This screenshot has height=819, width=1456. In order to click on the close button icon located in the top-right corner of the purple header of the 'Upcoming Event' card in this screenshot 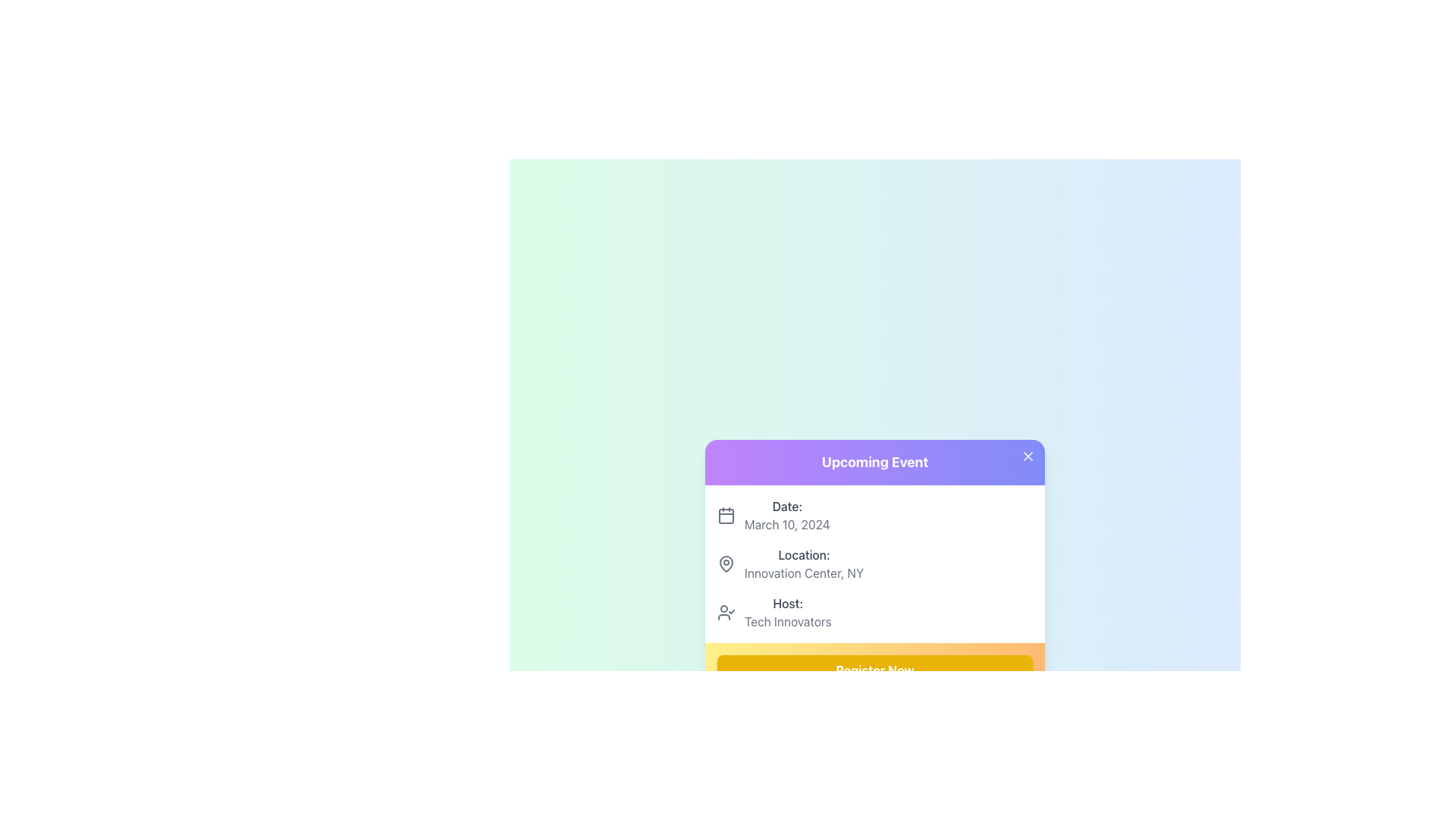, I will do `click(1028, 455)`.